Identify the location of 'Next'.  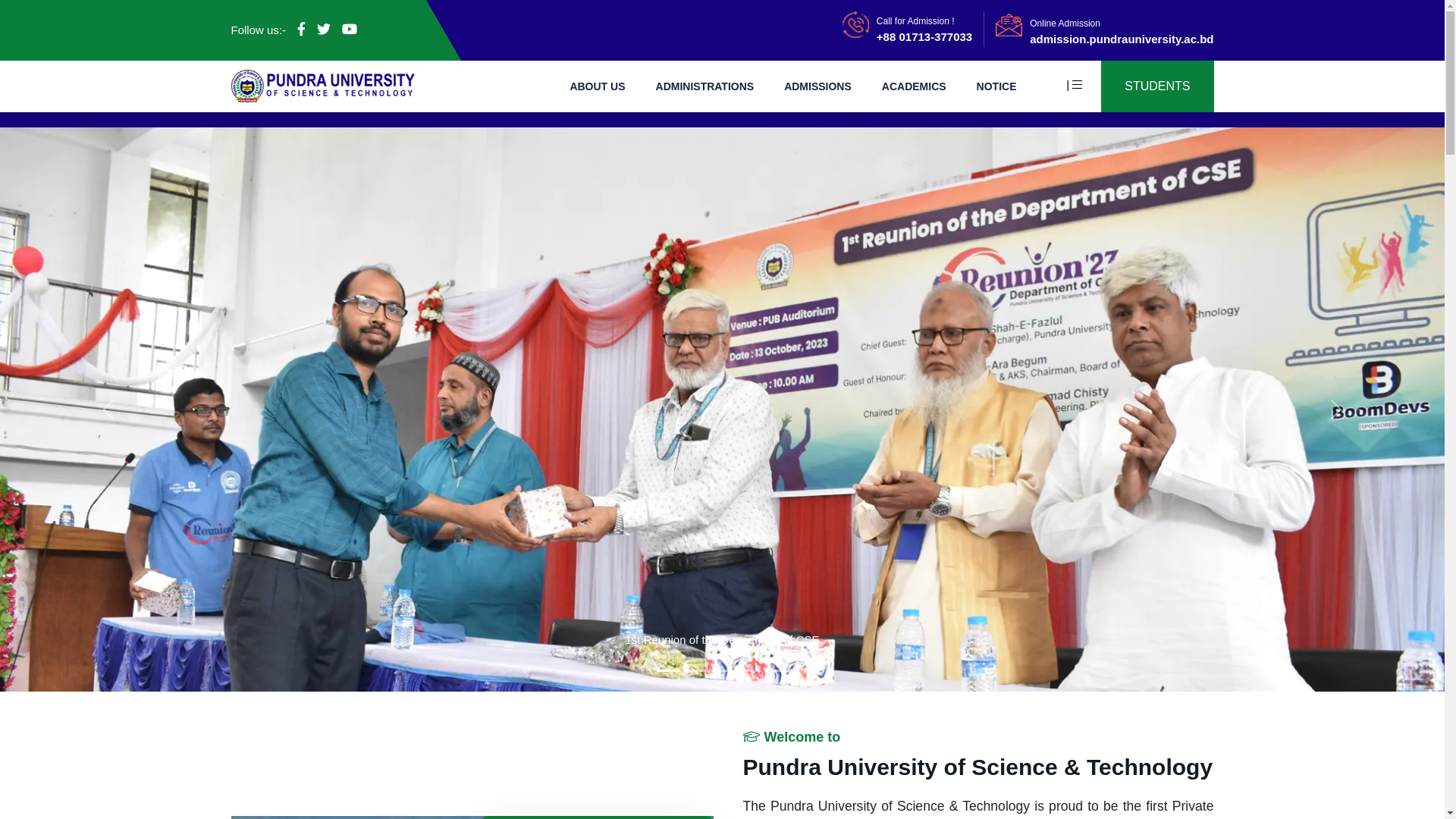
(1335, 409).